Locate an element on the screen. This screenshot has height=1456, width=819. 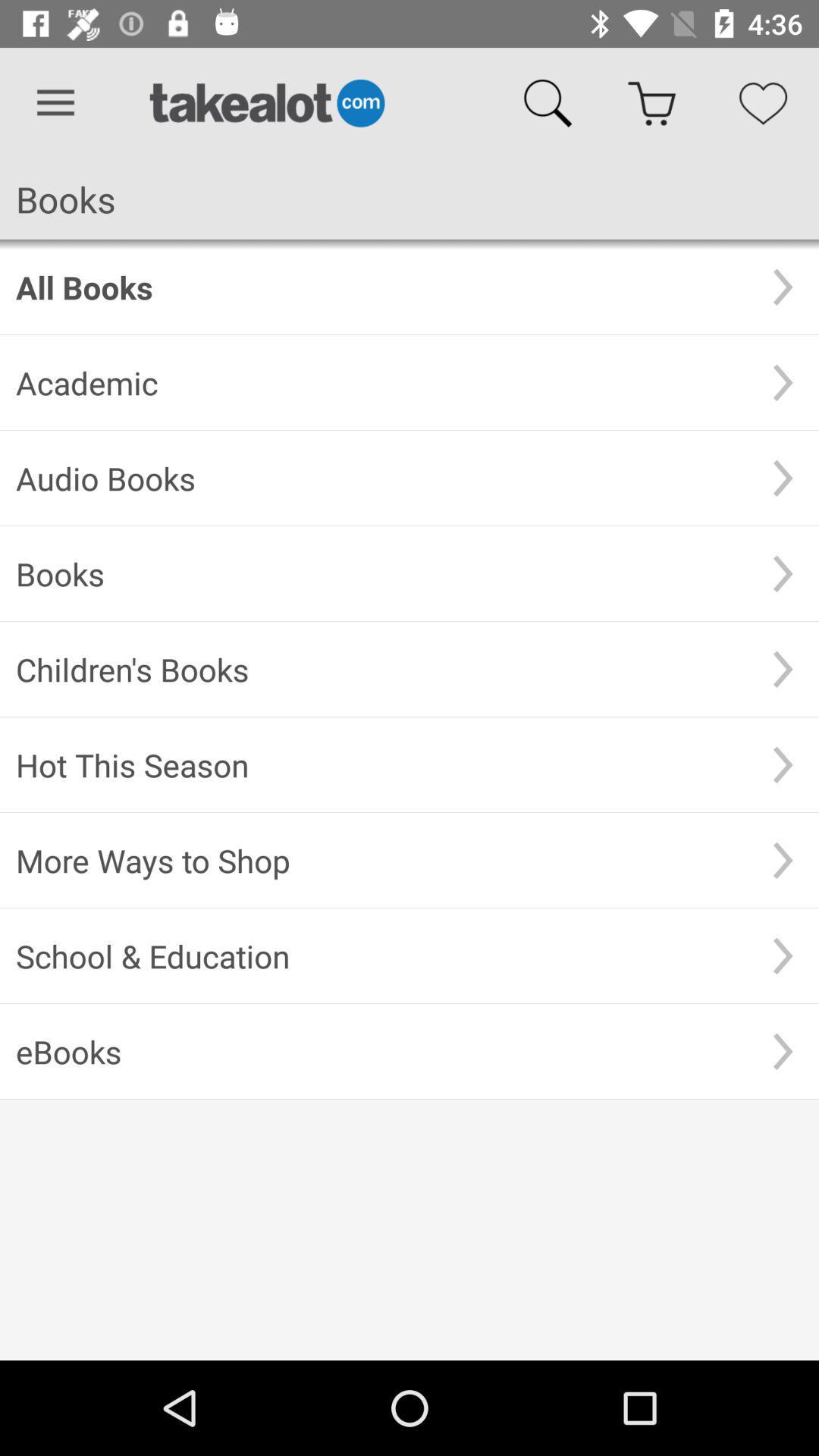
the ebooks item is located at coordinates (381, 1050).